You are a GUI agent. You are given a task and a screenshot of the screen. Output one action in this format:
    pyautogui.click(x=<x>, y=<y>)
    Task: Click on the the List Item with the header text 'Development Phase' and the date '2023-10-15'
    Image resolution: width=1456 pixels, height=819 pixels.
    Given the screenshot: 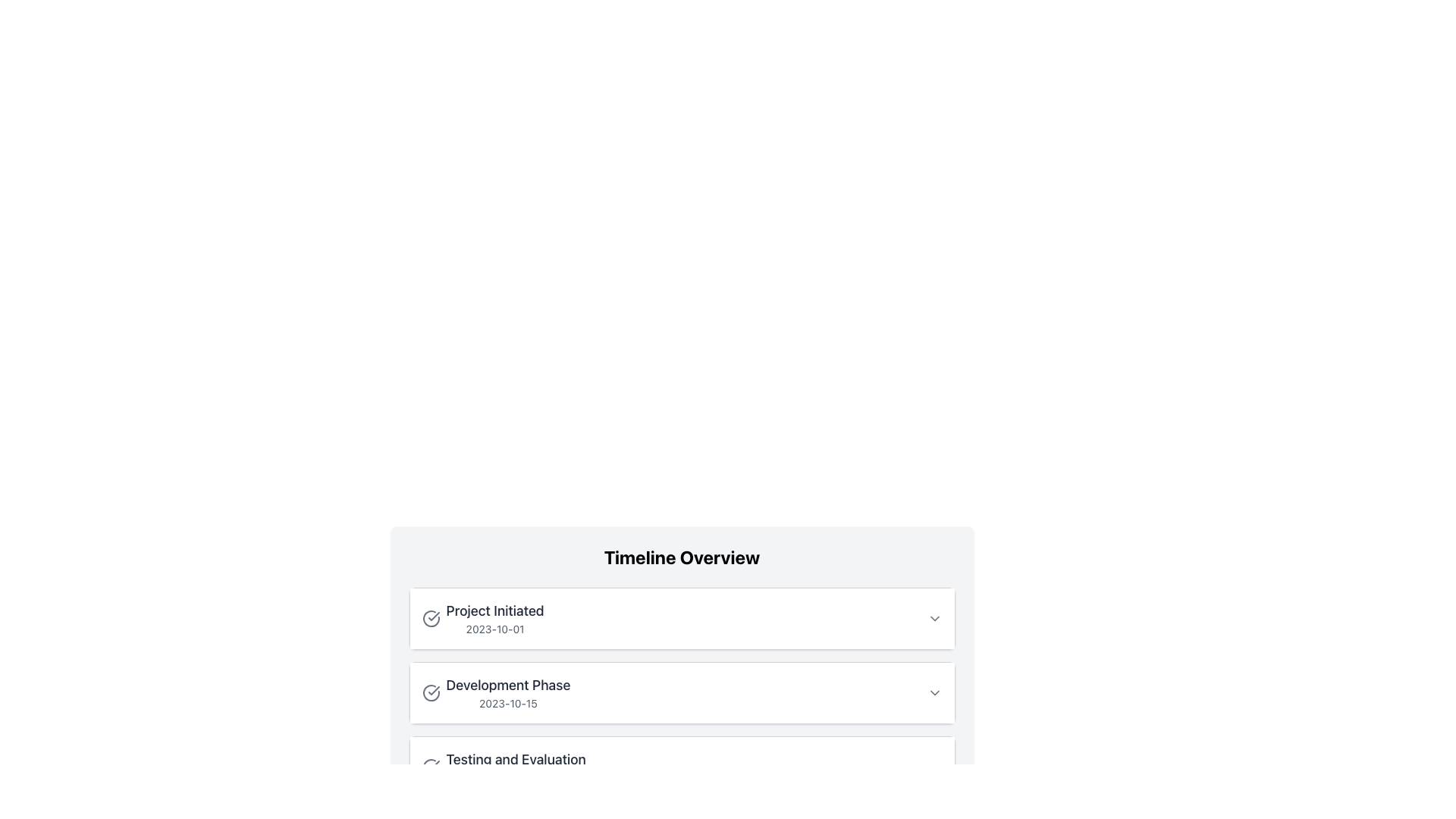 What is the action you would take?
    pyautogui.click(x=496, y=693)
    